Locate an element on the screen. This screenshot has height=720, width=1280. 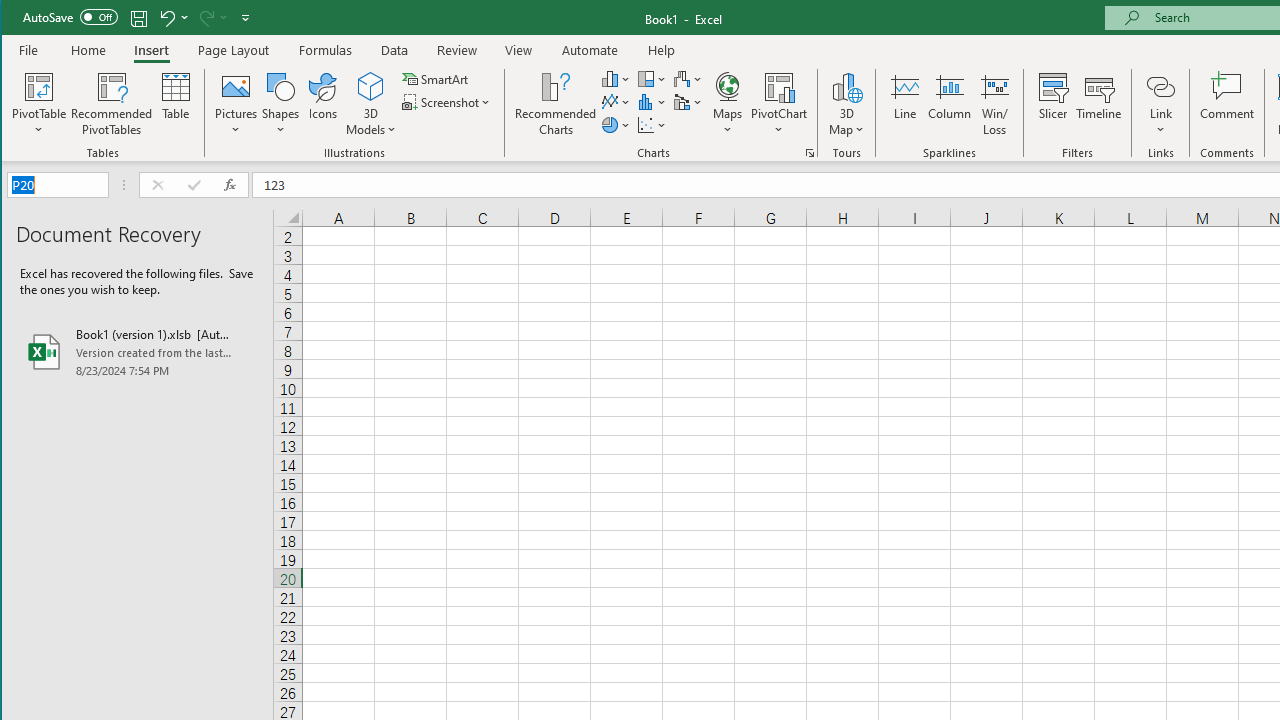
'Maps' is located at coordinates (726, 104).